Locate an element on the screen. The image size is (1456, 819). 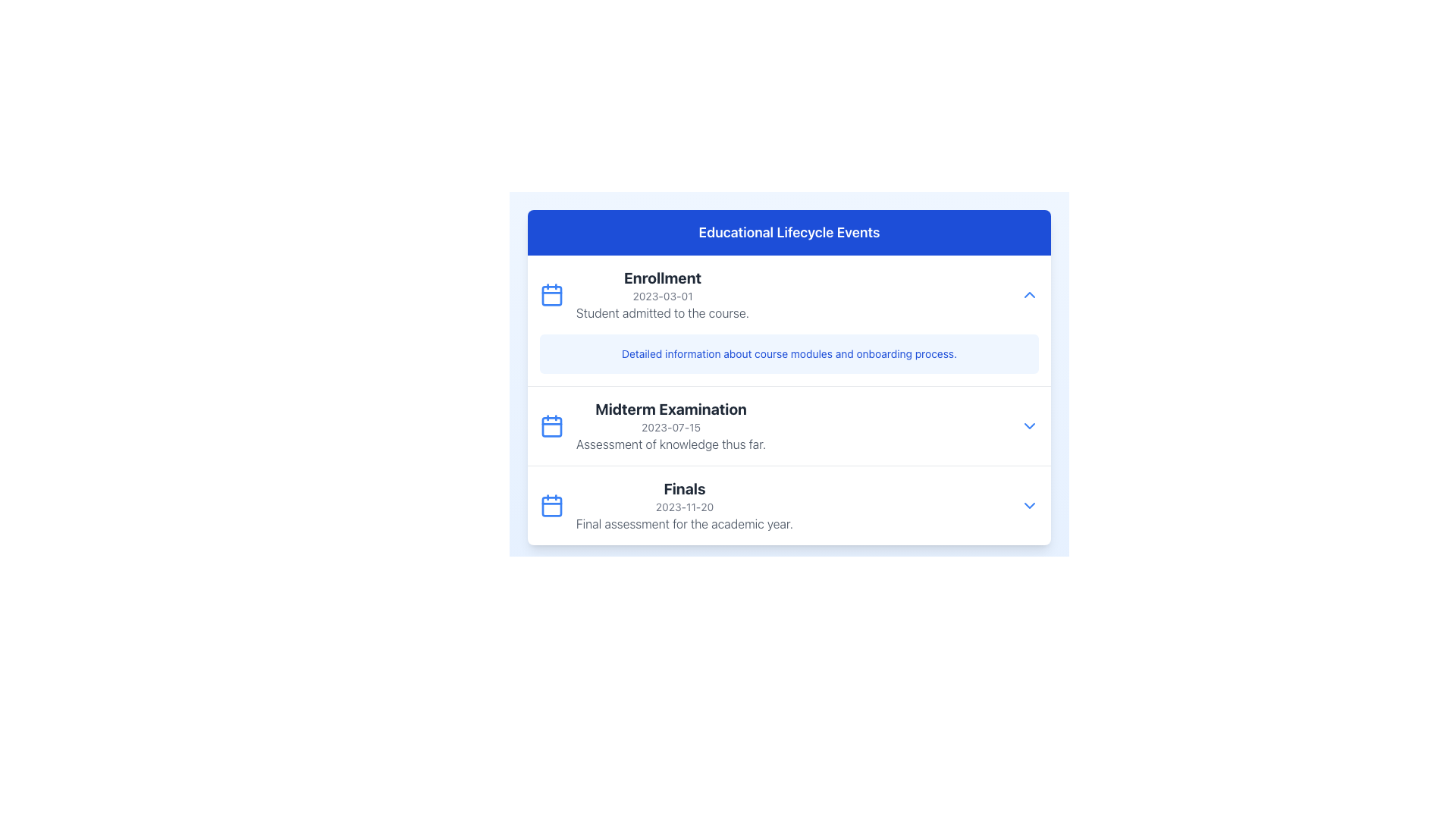
the calendar icon, which is a blue SVG graphic with rounded corners located to the left of the 'Midterm Examination' text is located at coordinates (551, 426).